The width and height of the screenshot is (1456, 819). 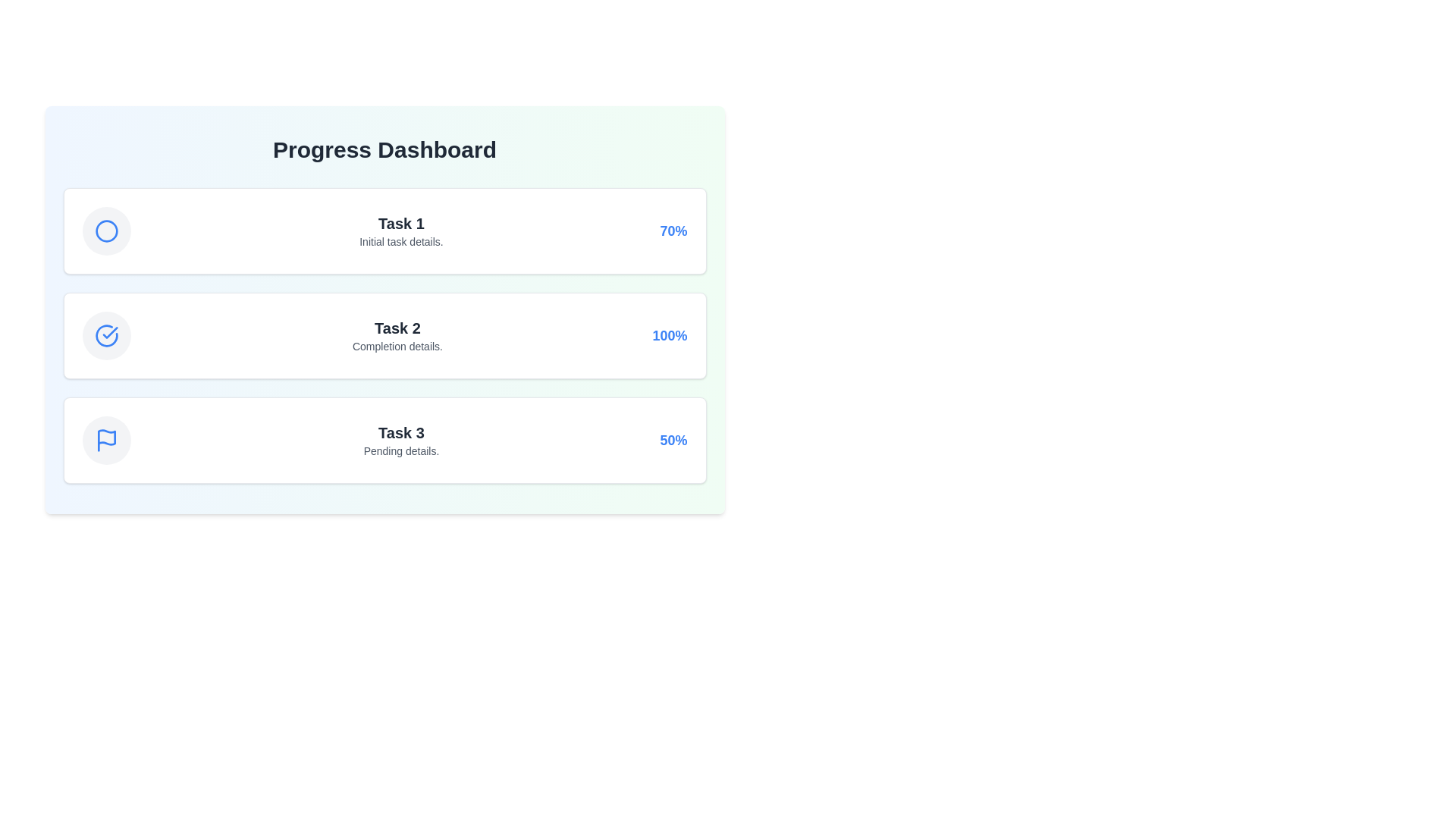 I want to click on the static text label that displays 'Pending details.' positioned beneath the 'Task 3' header, so click(x=401, y=450).